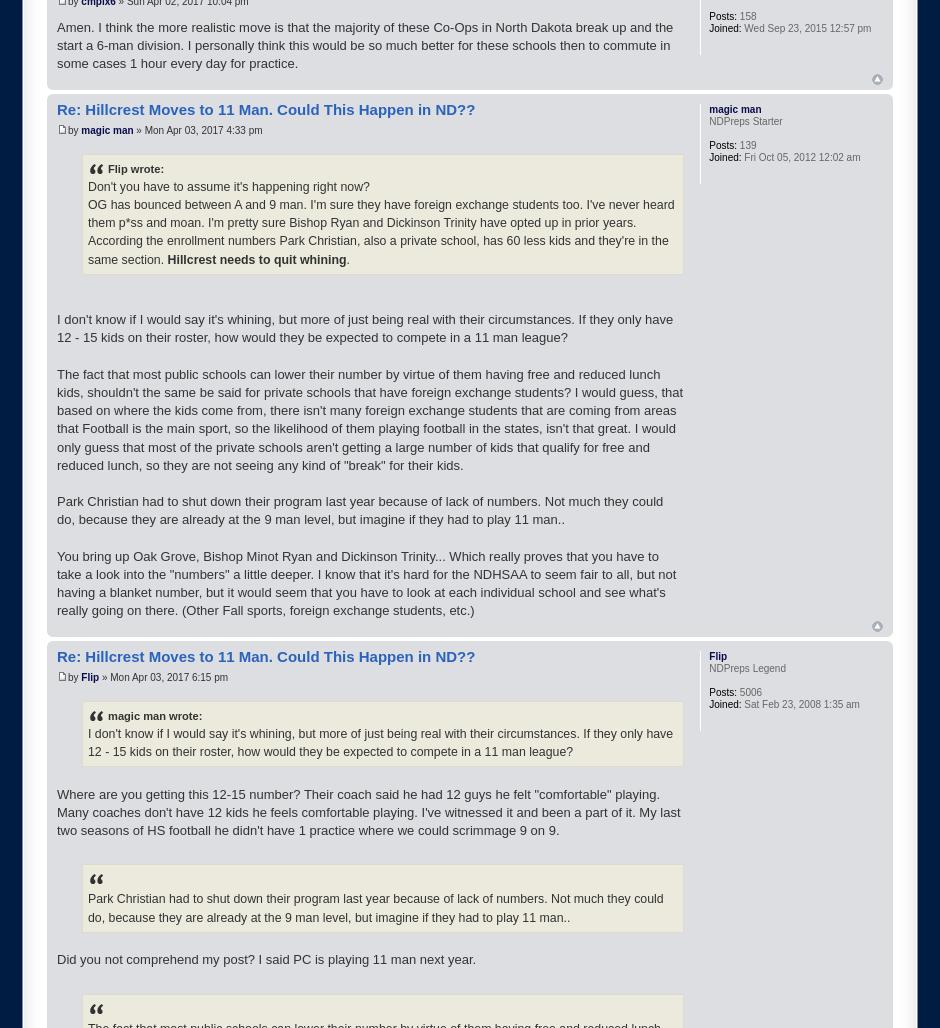 The height and width of the screenshot is (1028, 940). Describe the element at coordinates (800, 704) in the screenshot. I see `'Sat Feb 23, 2008 1:35 am'` at that location.